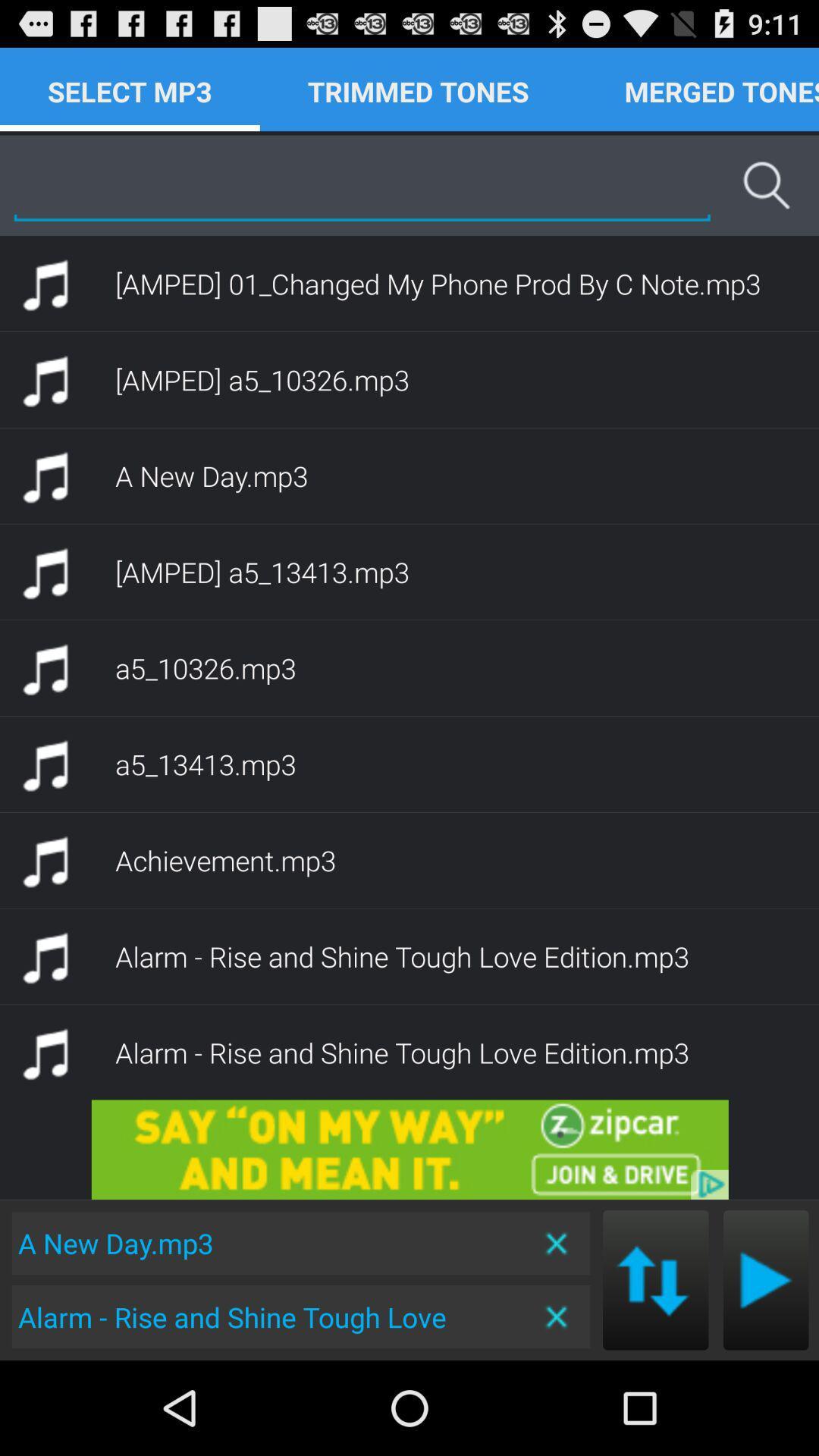 The width and height of the screenshot is (819, 1456). Describe the element at coordinates (654, 1279) in the screenshot. I see `sufffle songs` at that location.